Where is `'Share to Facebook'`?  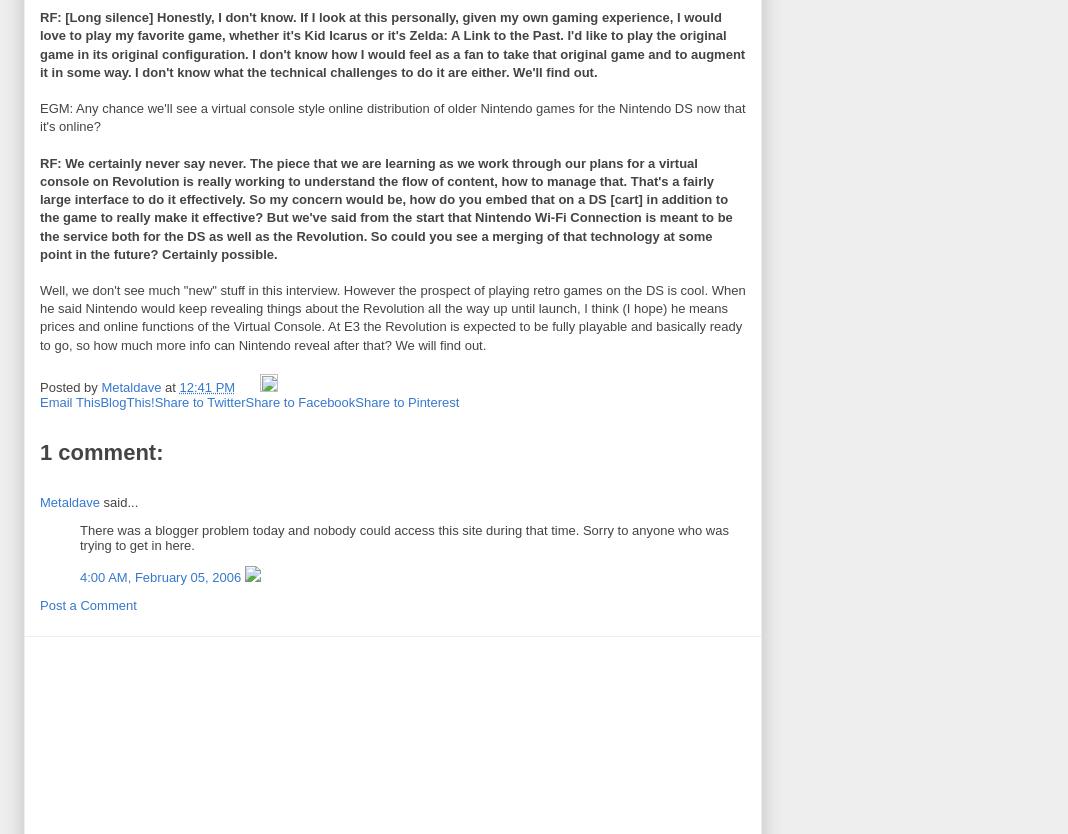 'Share to Facebook' is located at coordinates (299, 401).